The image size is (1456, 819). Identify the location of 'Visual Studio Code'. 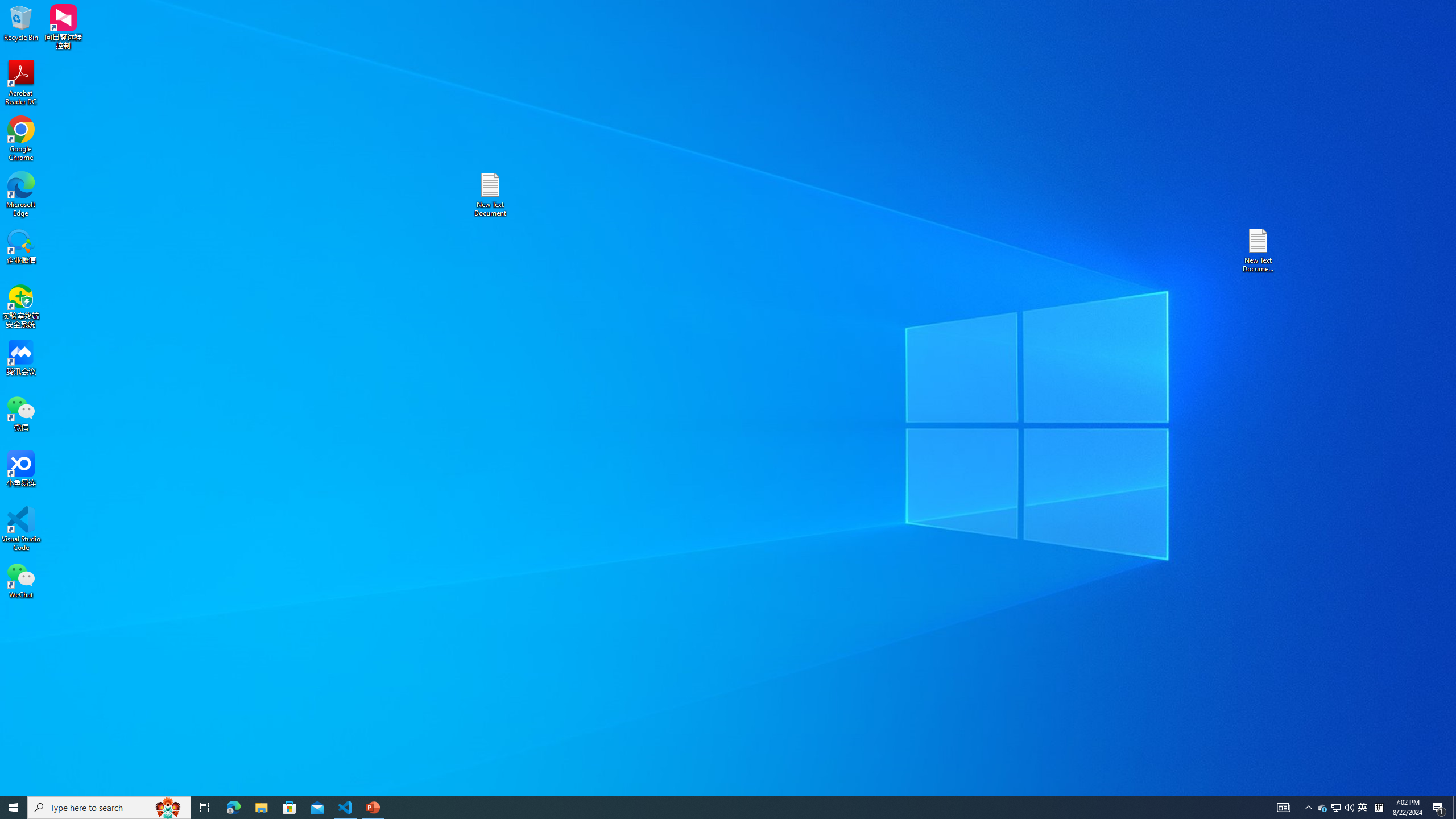
(20, 528).